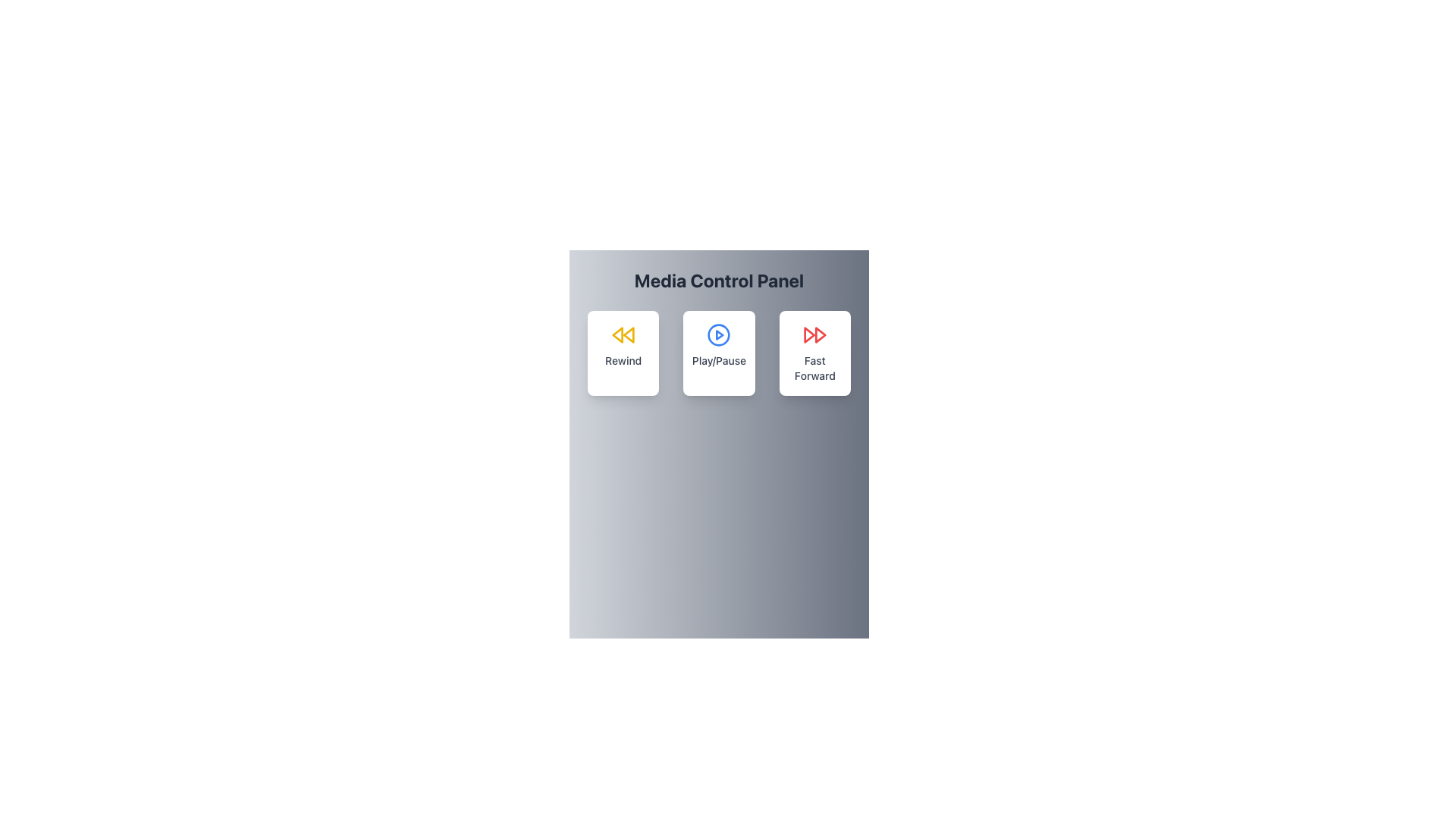  What do you see at coordinates (814, 334) in the screenshot?
I see `the fast-forward icon located at the top of the 'Fast Forward' card in the horizontal arrangement of media controls` at bounding box center [814, 334].